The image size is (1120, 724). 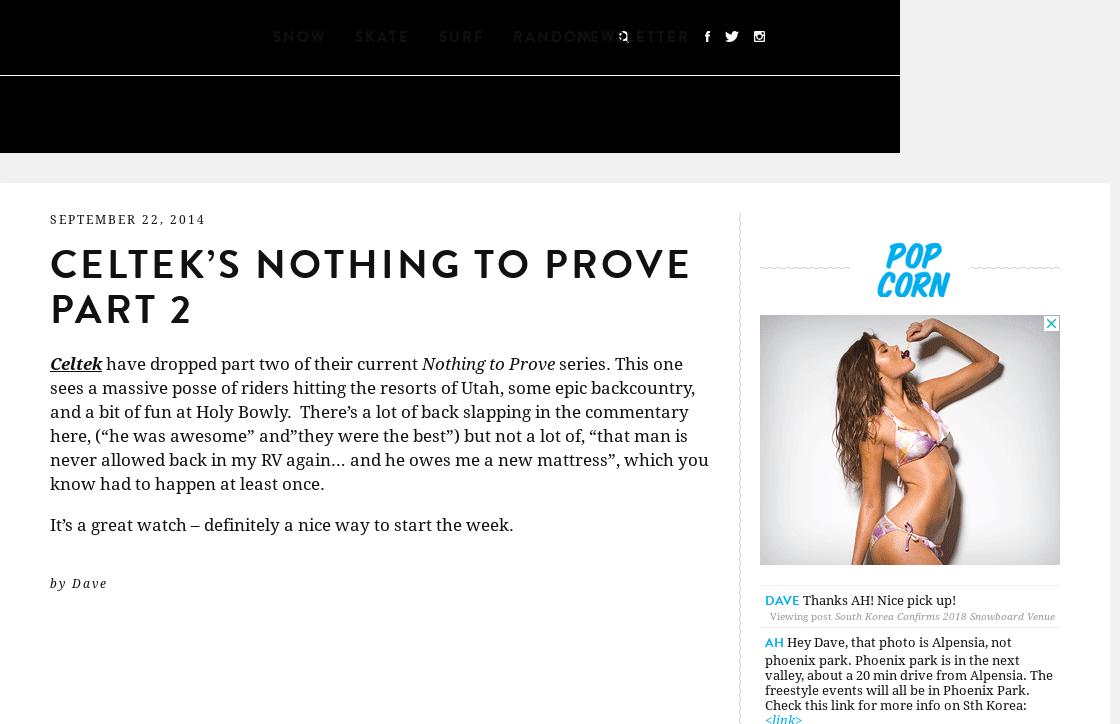 I want to click on 'Celtek', so click(x=76, y=364).